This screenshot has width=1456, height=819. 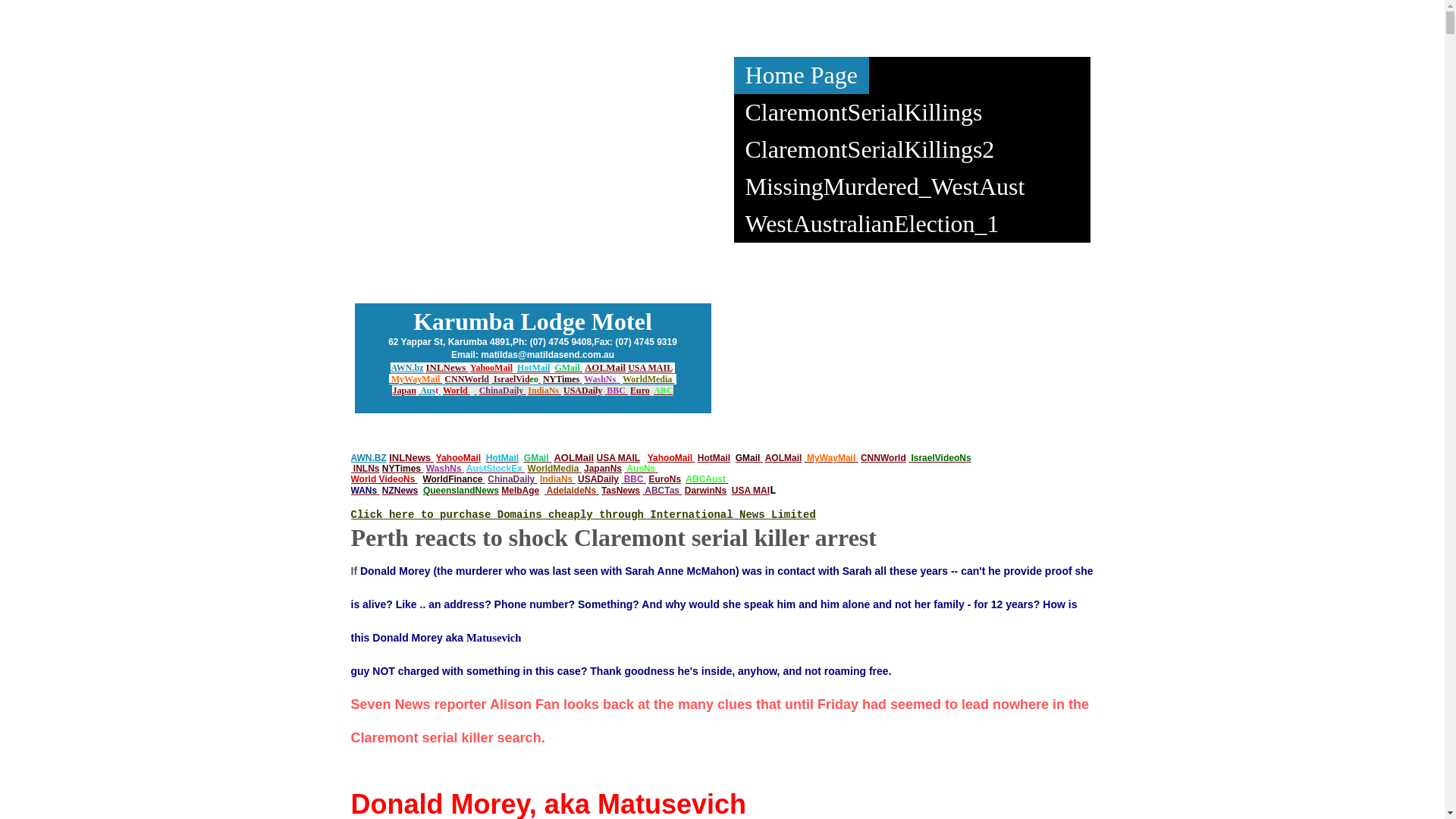 What do you see at coordinates (391, 378) in the screenshot?
I see `'MyWayMail'` at bounding box center [391, 378].